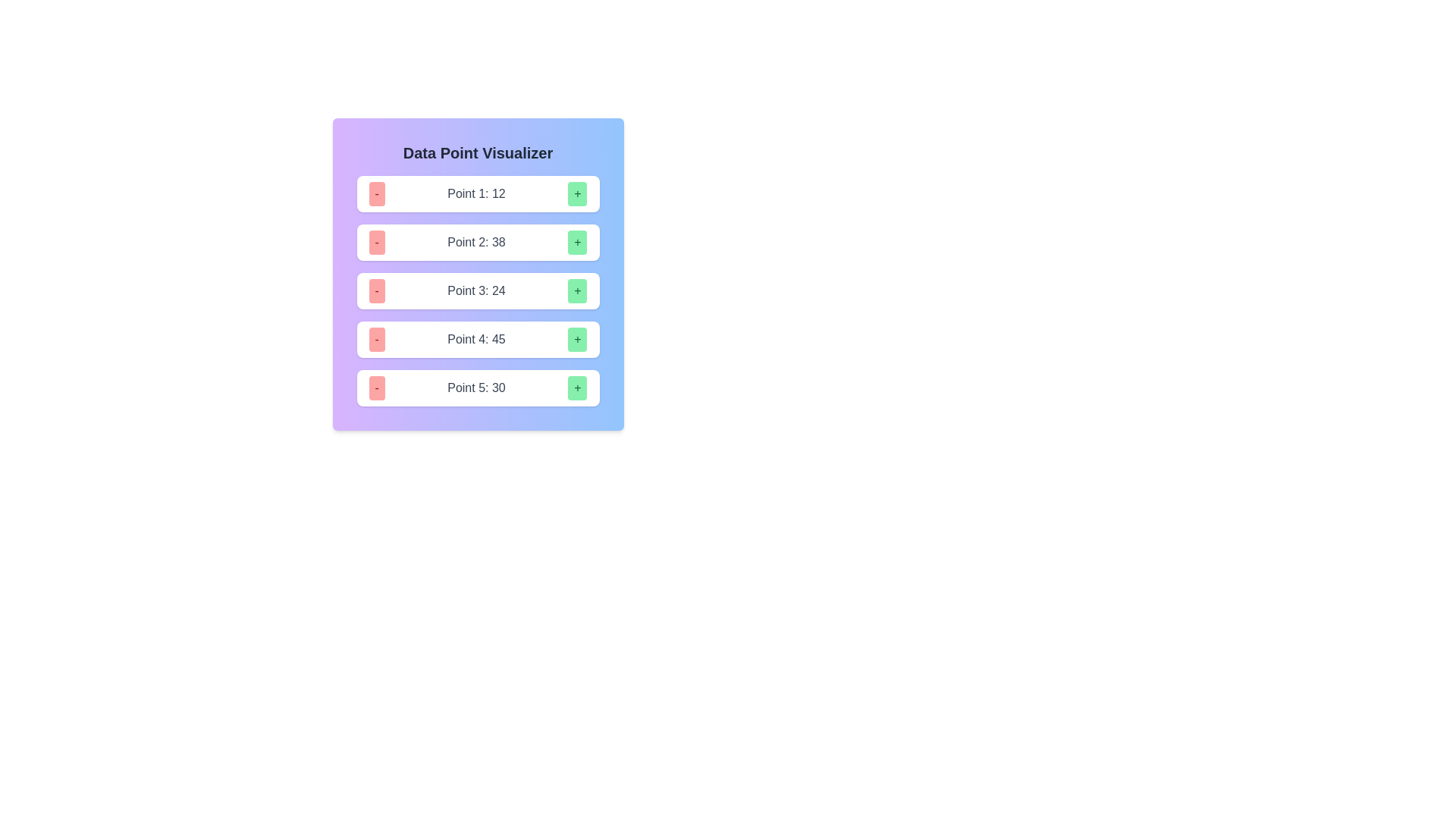 The width and height of the screenshot is (1456, 819). What do you see at coordinates (377, 388) in the screenshot?
I see `the small rectangular light red button with a dark red minus sign ('-') located in the fifth row of the Data Point Visualizer` at bounding box center [377, 388].